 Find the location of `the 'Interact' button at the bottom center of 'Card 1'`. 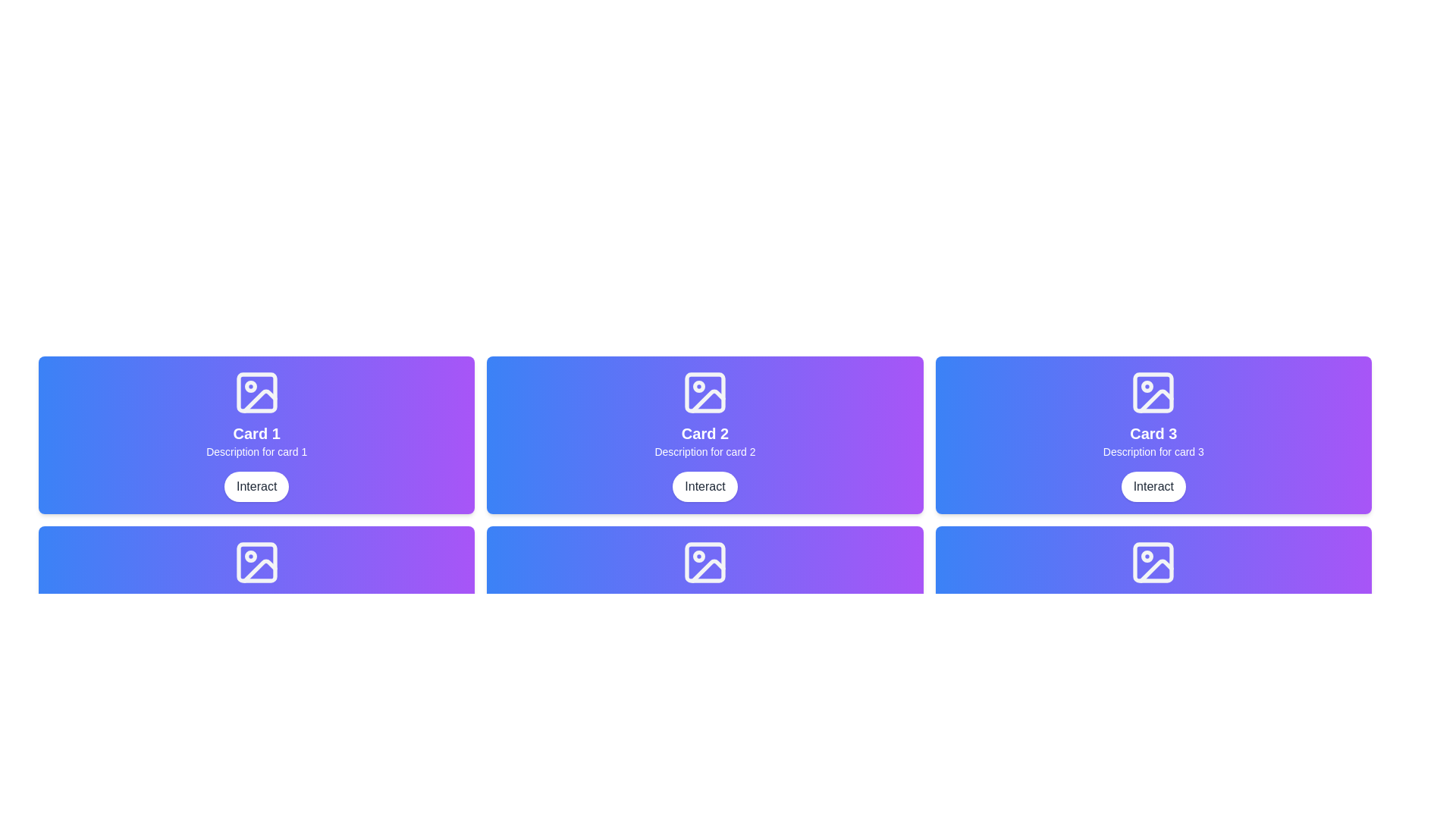

the 'Interact' button at the bottom center of 'Card 1' is located at coordinates (256, 486).